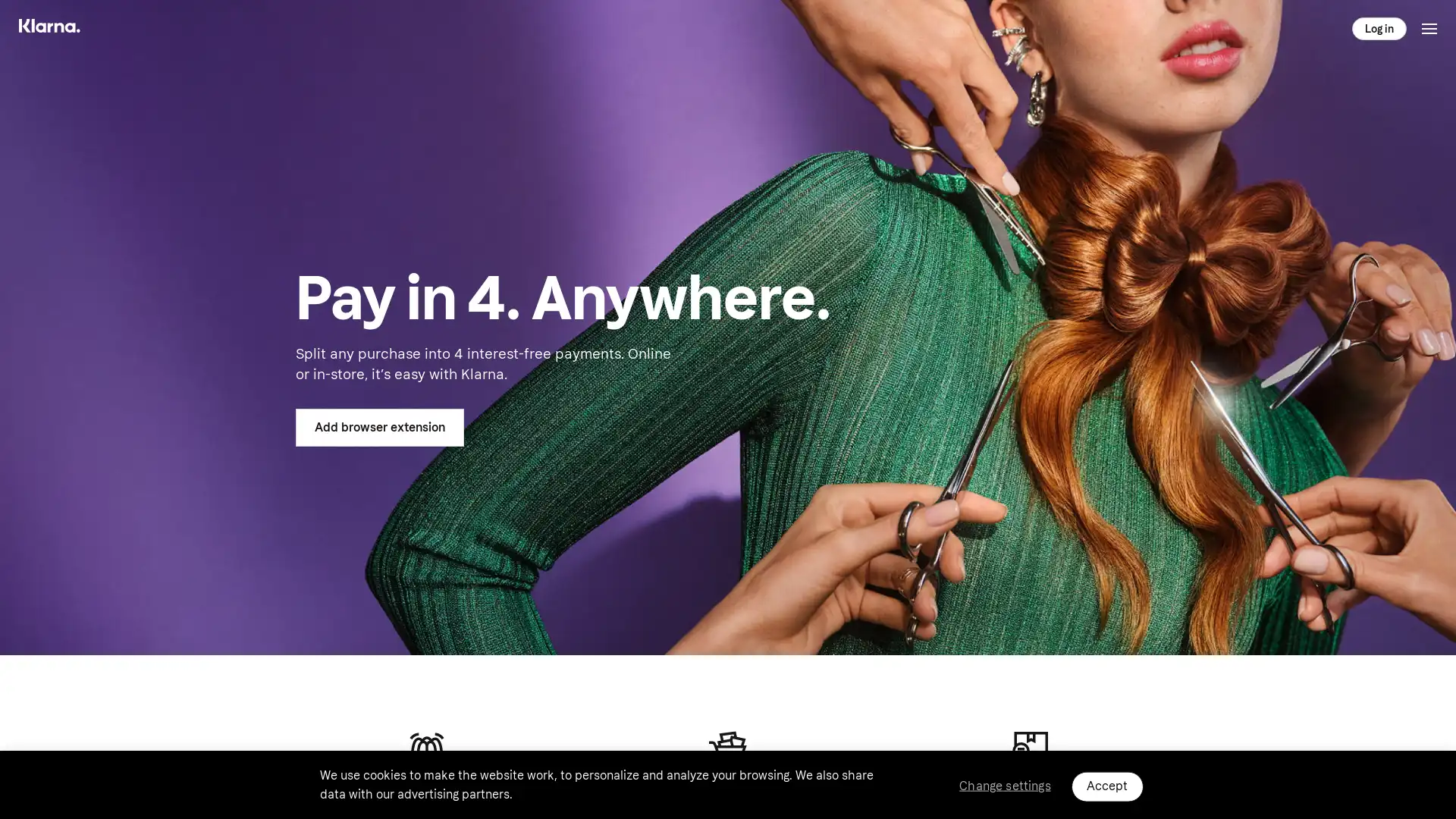  Describe the element at coordinates (1379, 28) in the screenshot. I see `Log in` at that location.